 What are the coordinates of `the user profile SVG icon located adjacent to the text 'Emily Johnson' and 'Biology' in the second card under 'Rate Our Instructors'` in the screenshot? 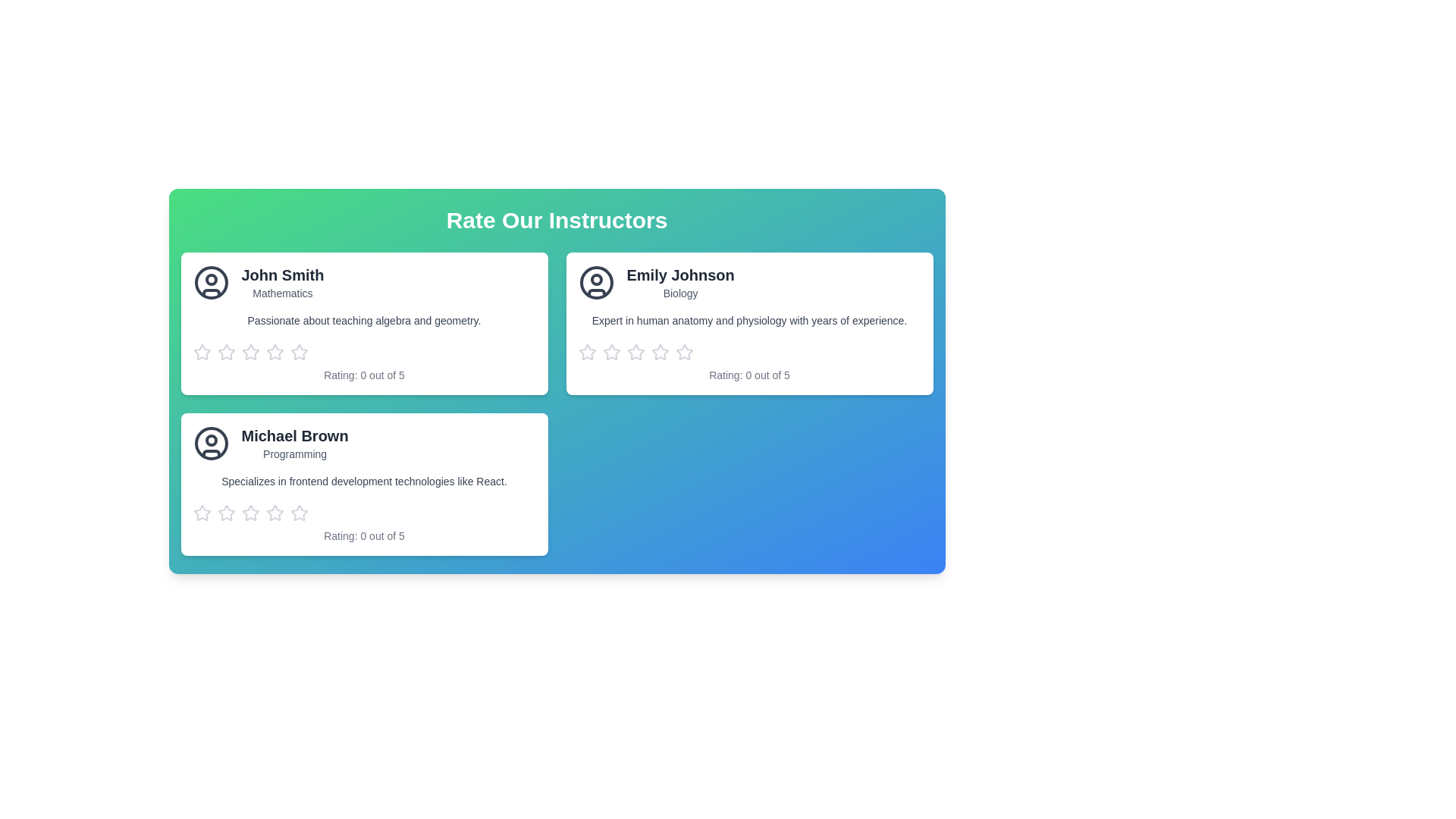 It's located at (595, 283).